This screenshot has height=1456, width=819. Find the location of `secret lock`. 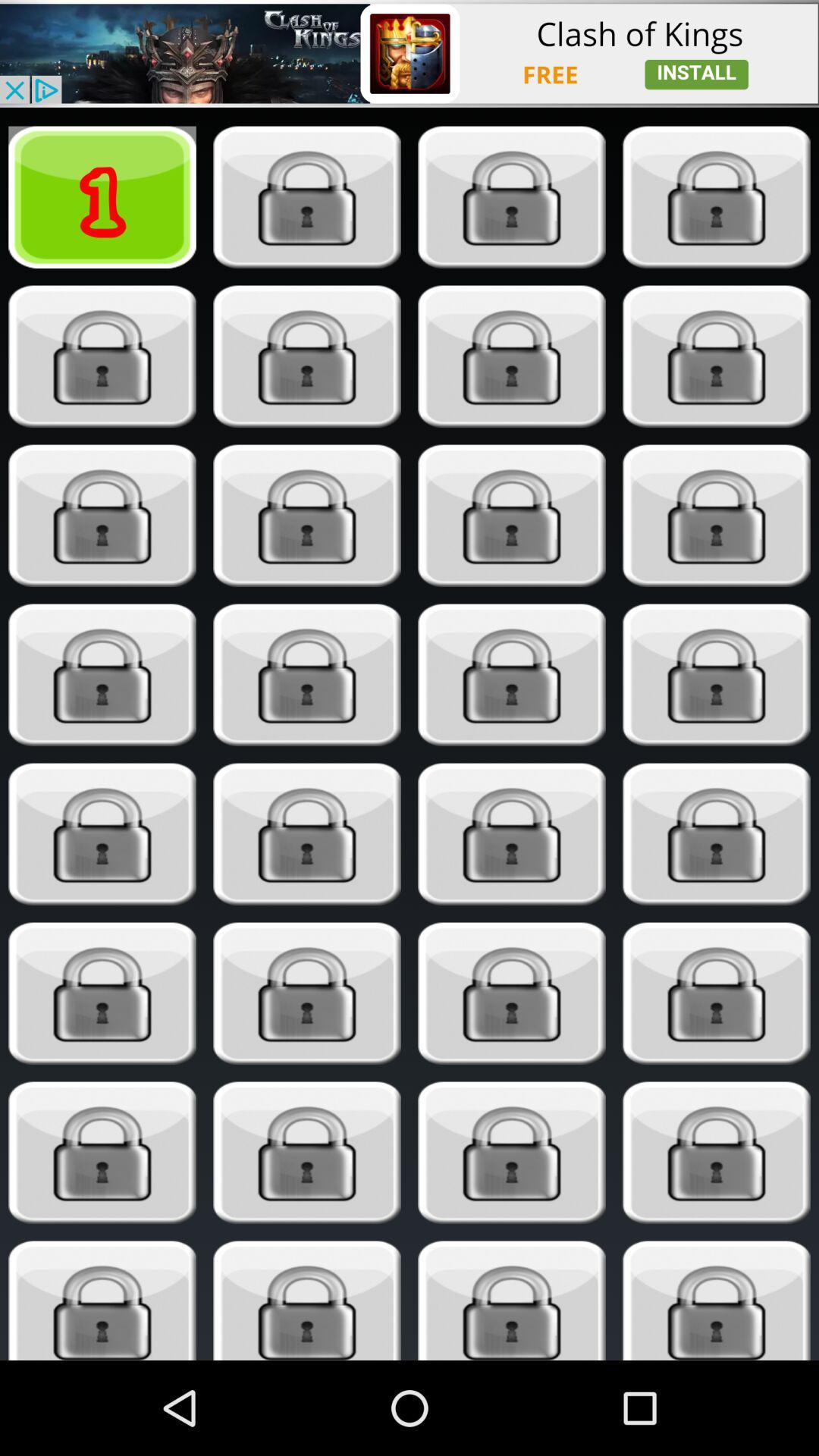

secret lock is located at coordinates (717, 196).